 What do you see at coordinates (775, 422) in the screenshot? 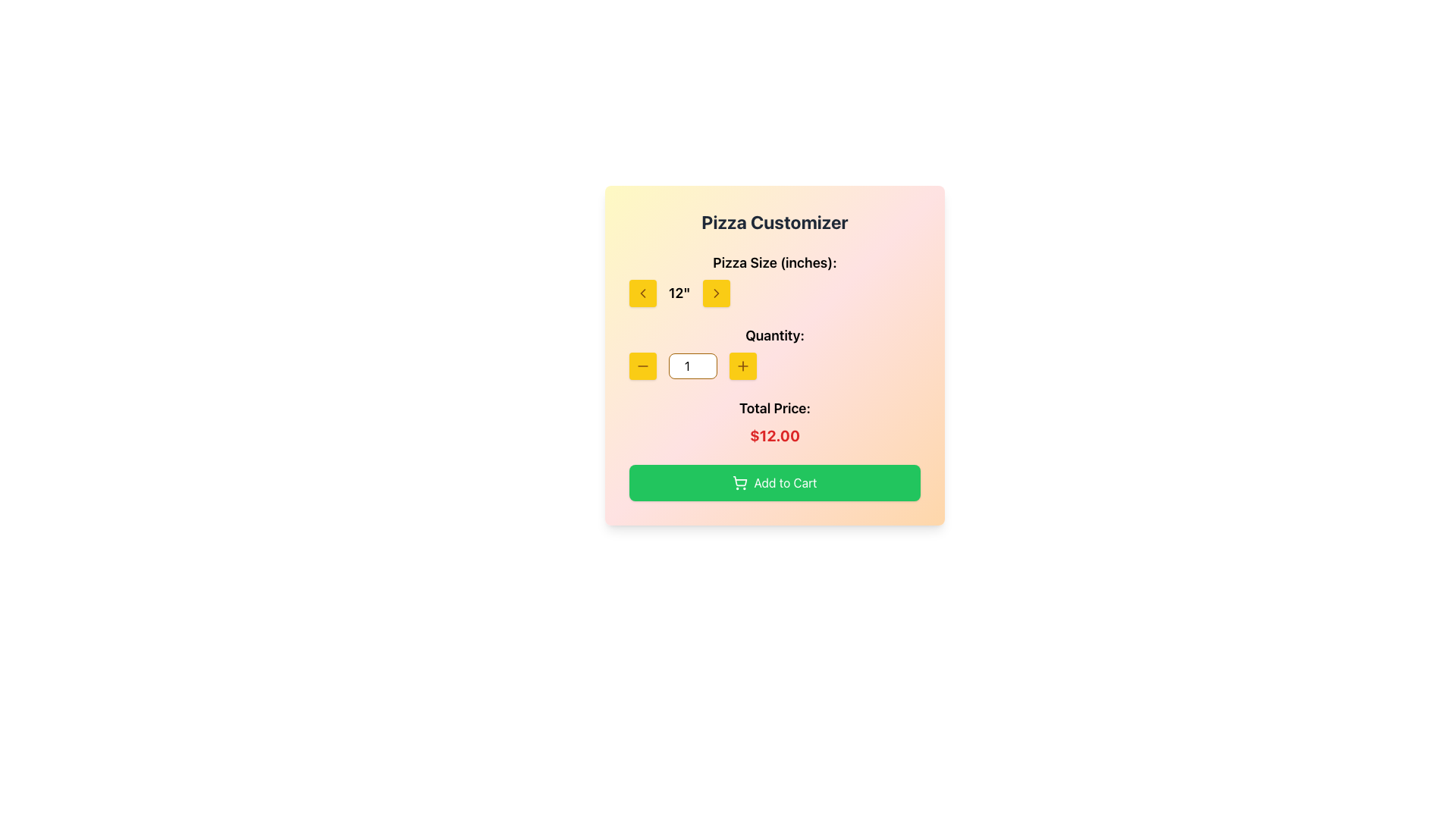
I see `the Text Display element that shows the total price of '$12.00' which is styled prominently within the 'Pizza Customizer' card` at bounding box center [775, 422].